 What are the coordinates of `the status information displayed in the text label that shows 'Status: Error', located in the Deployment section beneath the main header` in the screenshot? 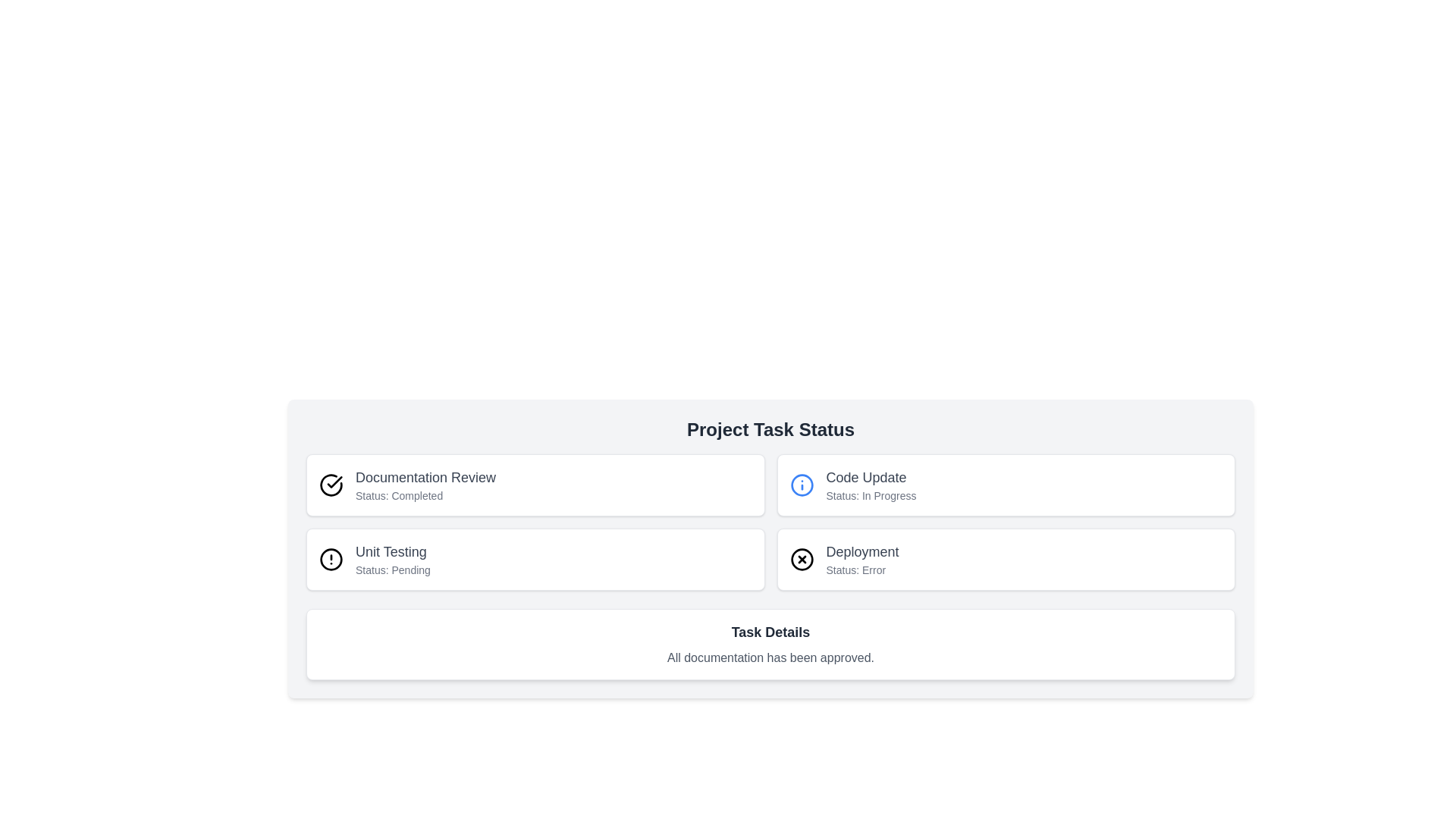 It's located at (862, 570).